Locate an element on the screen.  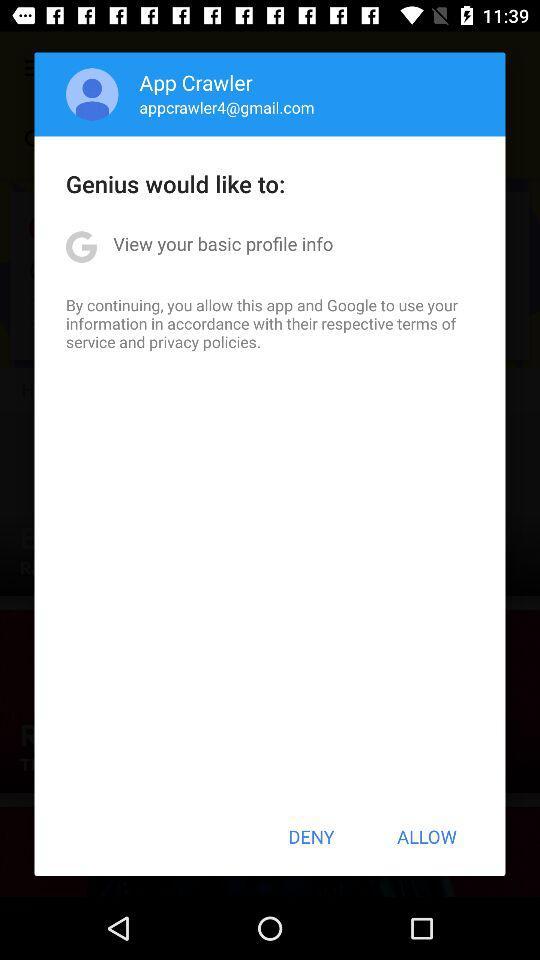
icon above genius would like icon is located at coordinates (91, 94).